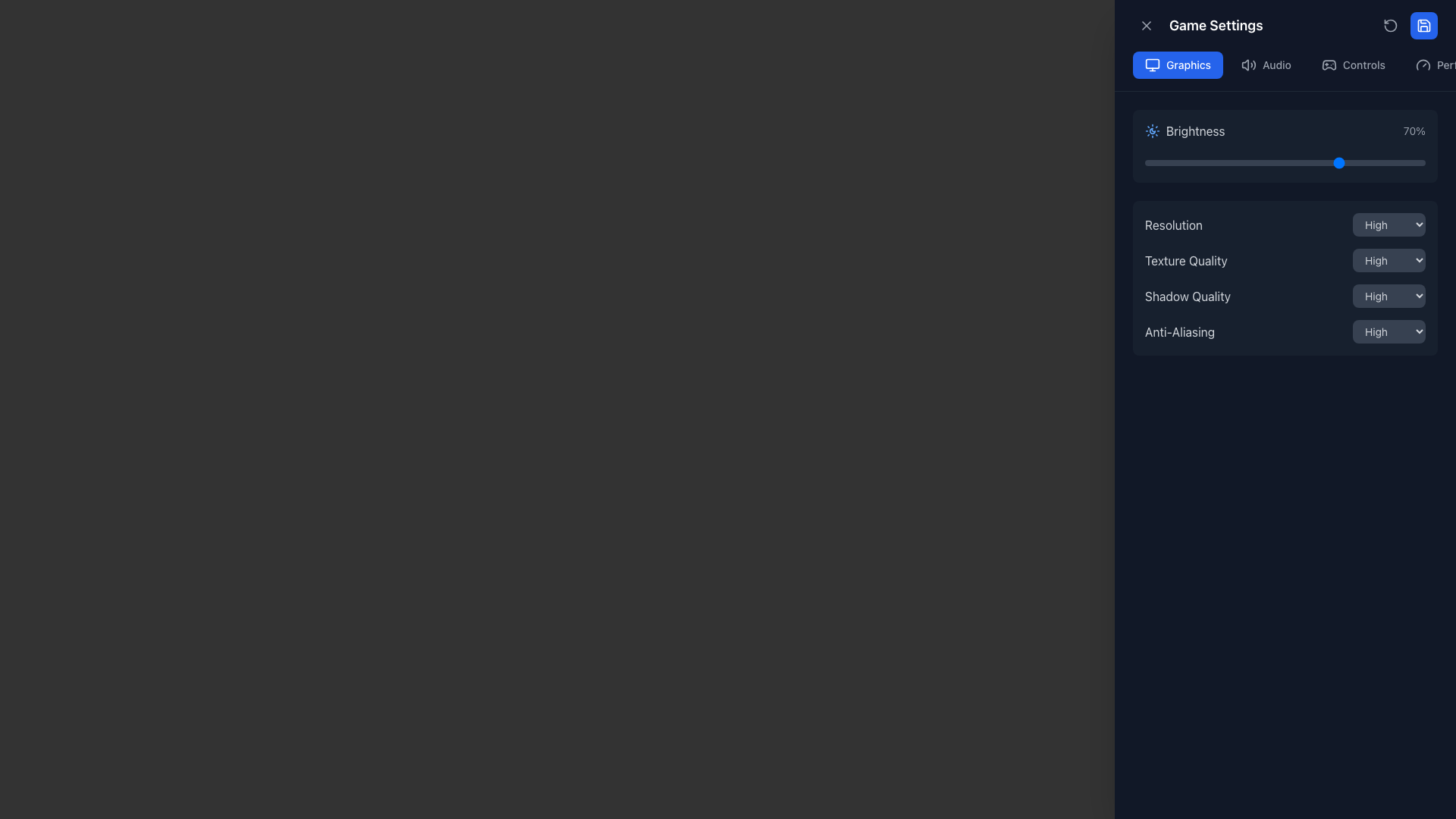  Describe the element at coordinates (1389, 295) in the screenshot. I see `the dropdown menu for 'Shadow Quality' in the 'Graphics' section of the 'Game Settings'` at that location.